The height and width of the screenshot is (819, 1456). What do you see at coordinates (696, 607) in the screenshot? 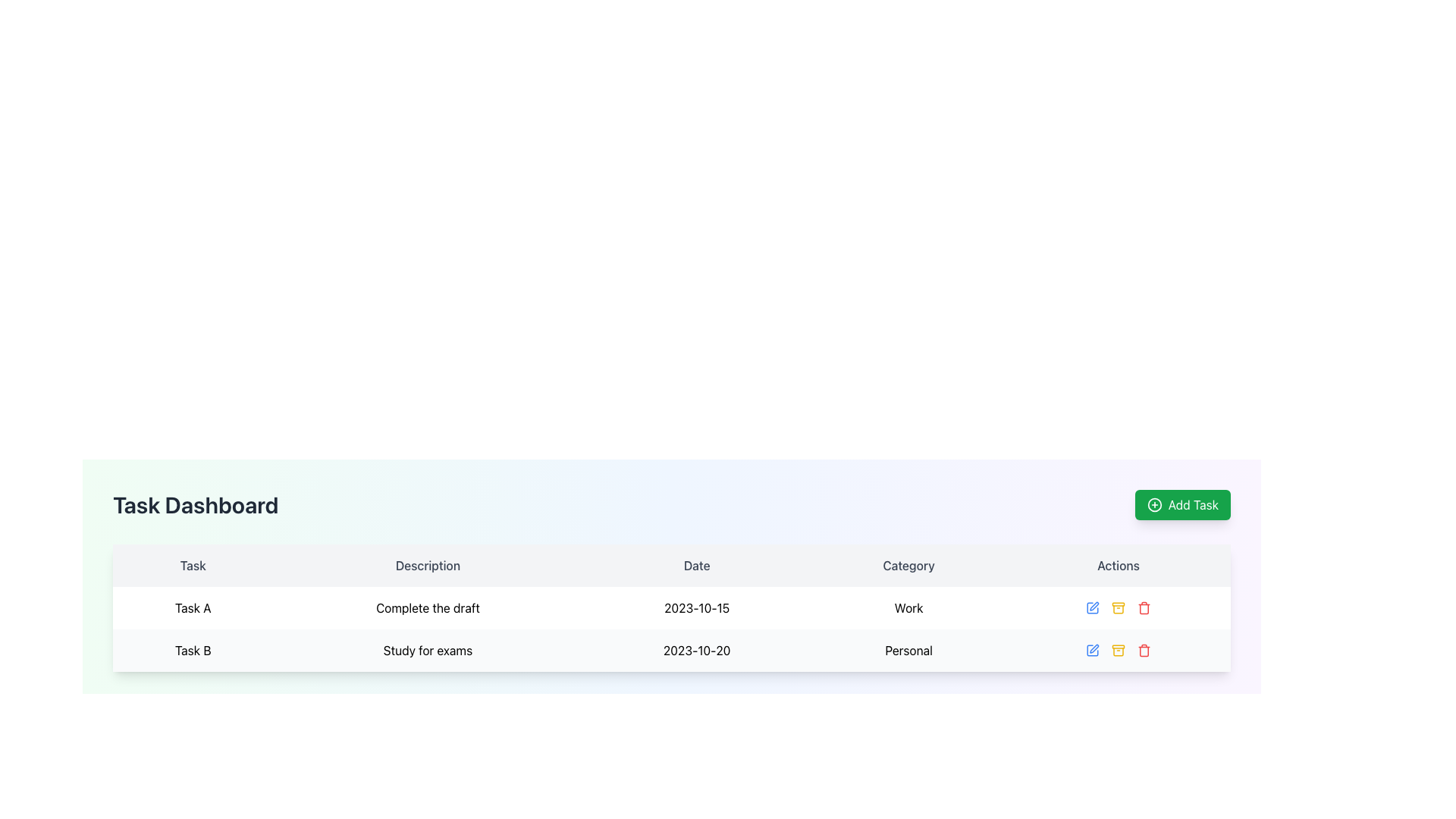
I see `the non-interactive text label displaying the date for the task 'Complete the draft', located in the third cell of the 'Date' column in the Task Dashboard interface` at bounding box center [696, 607].